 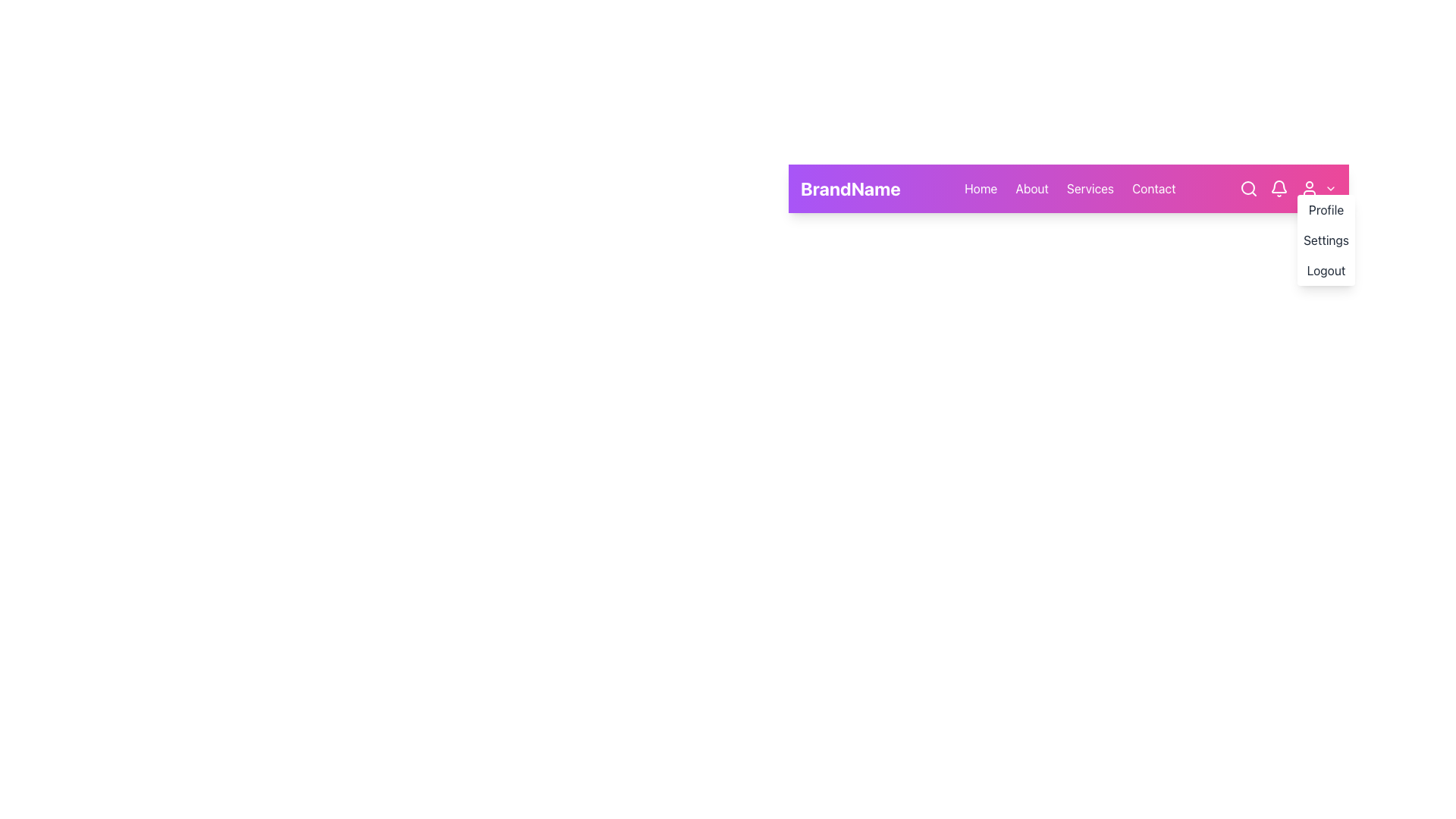 I want to click on the 'Logout' button located at the bottom of the user menu to log out of the user account, so click(x=1326, y=270).